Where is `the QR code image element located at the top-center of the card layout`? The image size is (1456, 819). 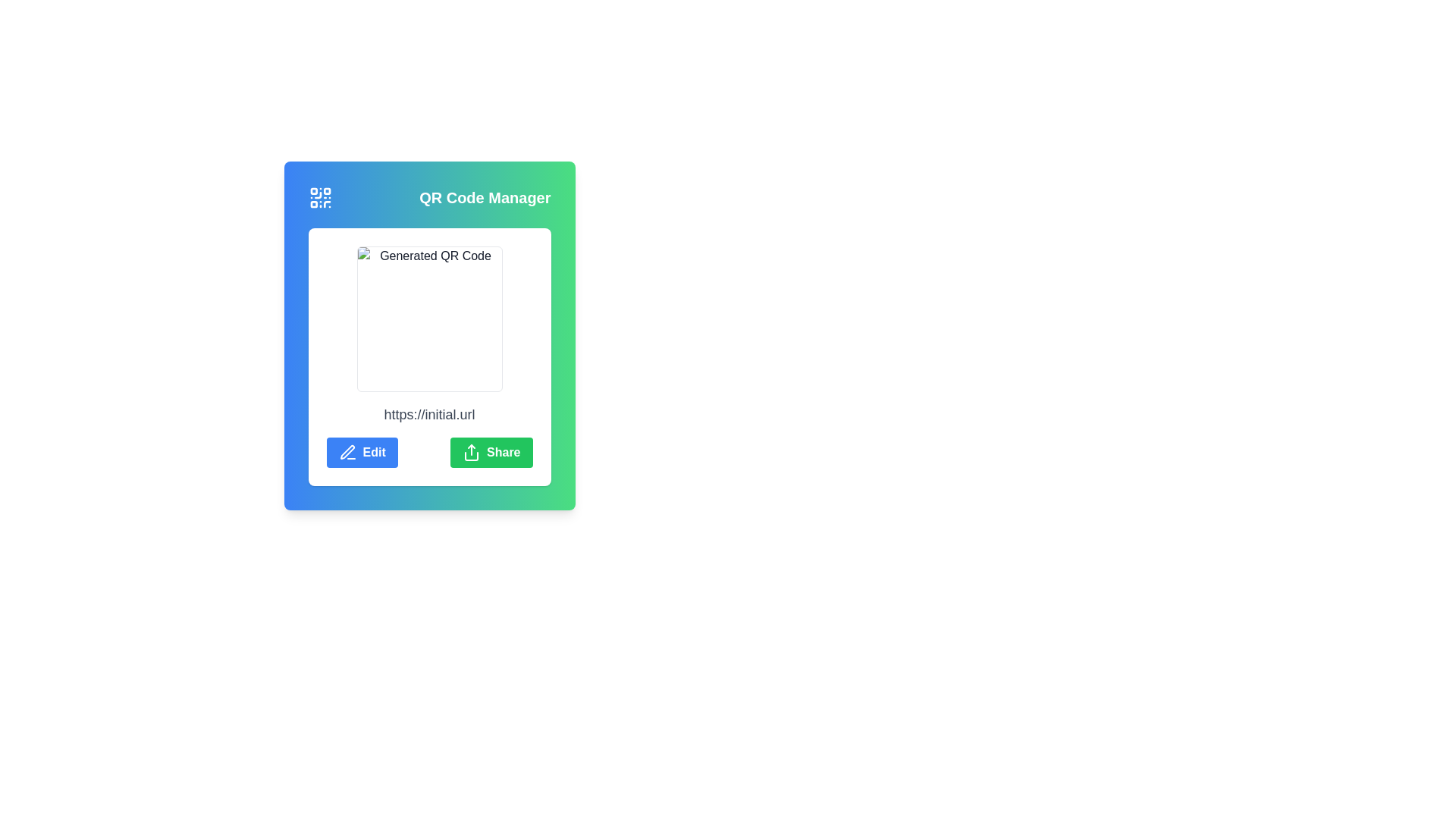
the QR code image element located at the top-center of the card layout is located at coordinates (428, 318).